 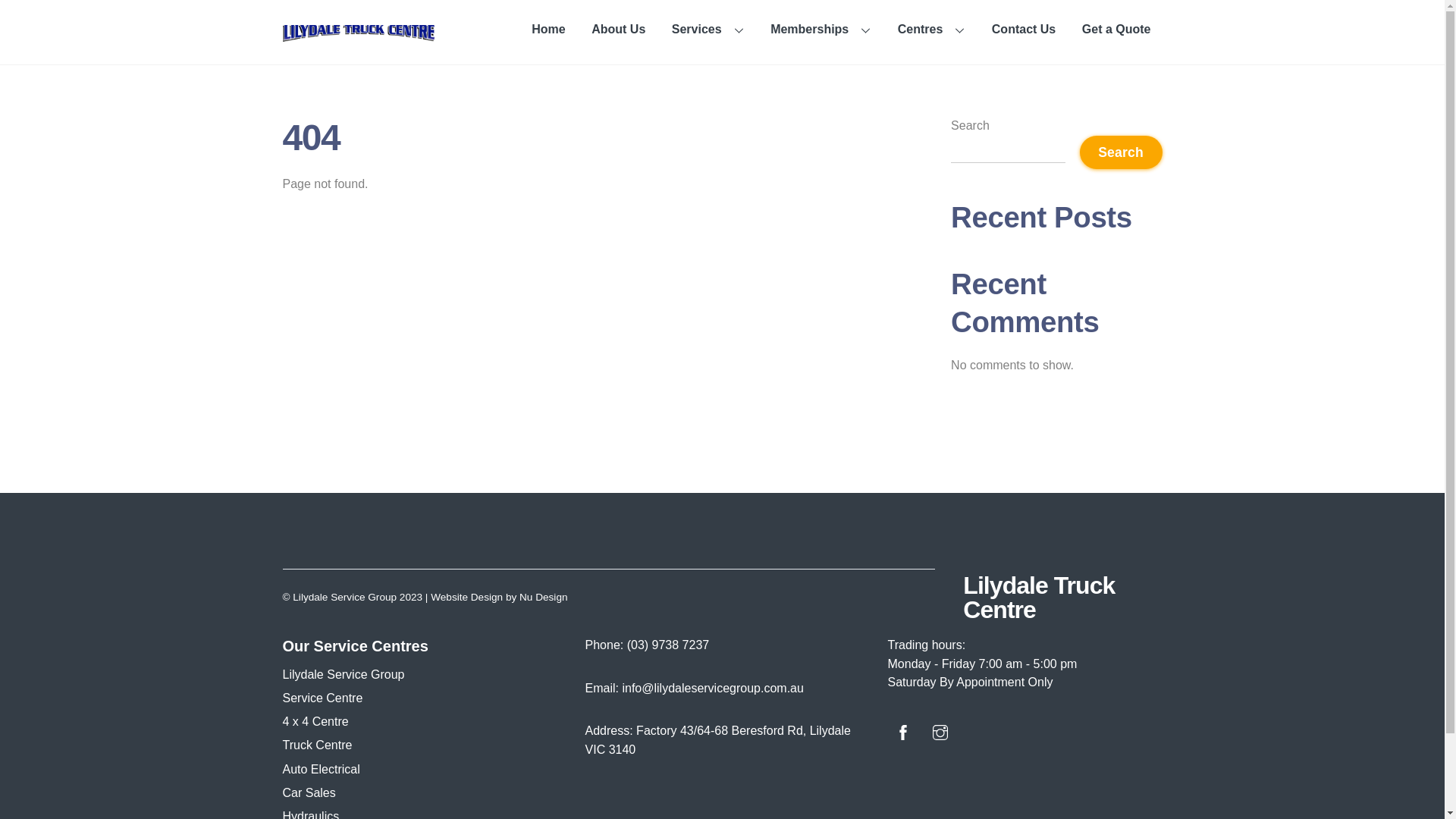 What do you see at coordinates (466, 596) in the screenshot?
I see `'Website Design'` at bounding box center [466, 596].